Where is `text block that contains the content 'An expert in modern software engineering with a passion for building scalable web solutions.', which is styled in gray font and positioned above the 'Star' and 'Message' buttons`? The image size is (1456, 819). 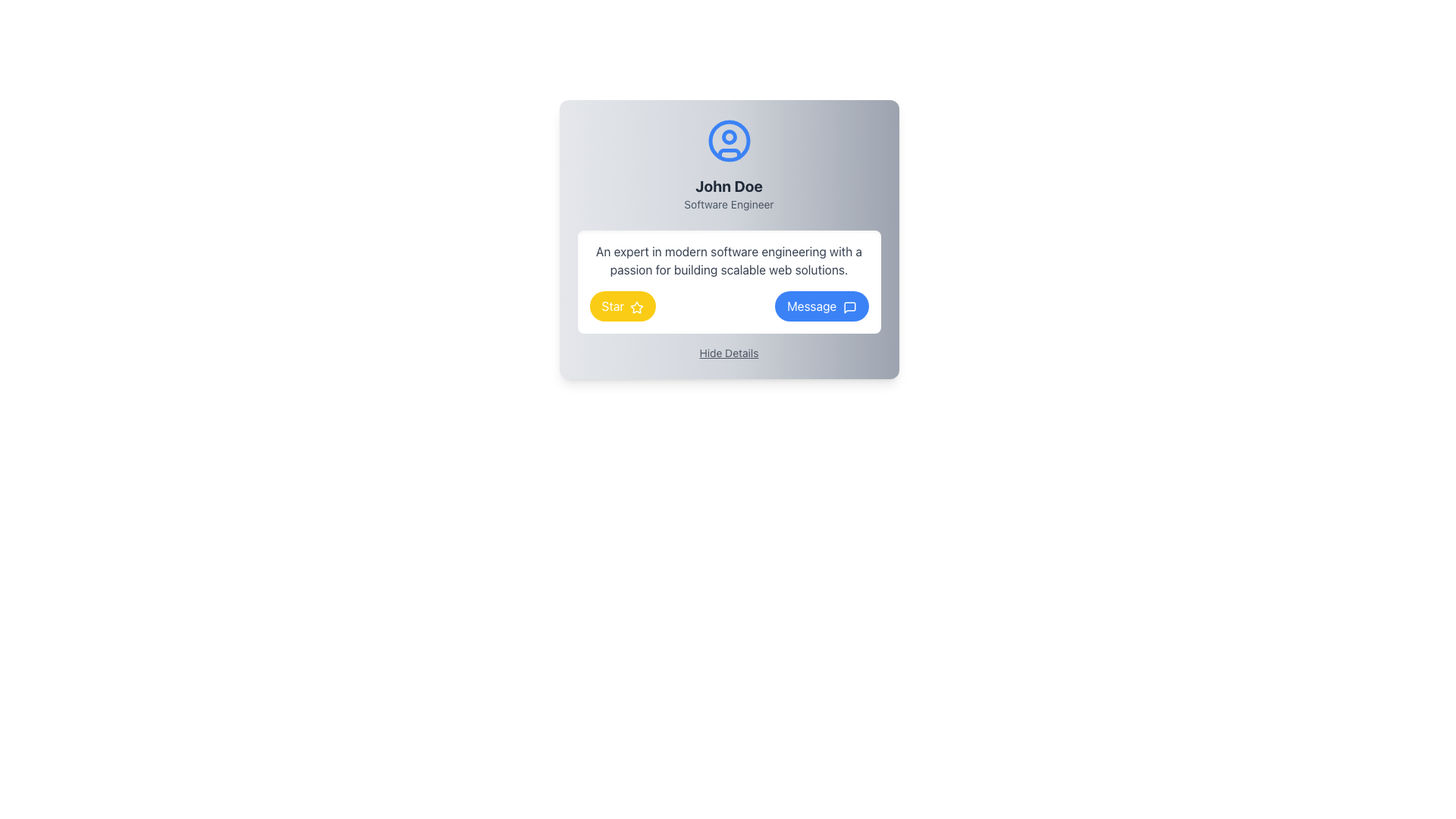
text block that contains the content 'An expert in modern software engineering with a passion for building scalable web solutions.', which is styled in gray font and positioned above the 'Star' and 'Message' buttons is located at coordinates (729, 259).